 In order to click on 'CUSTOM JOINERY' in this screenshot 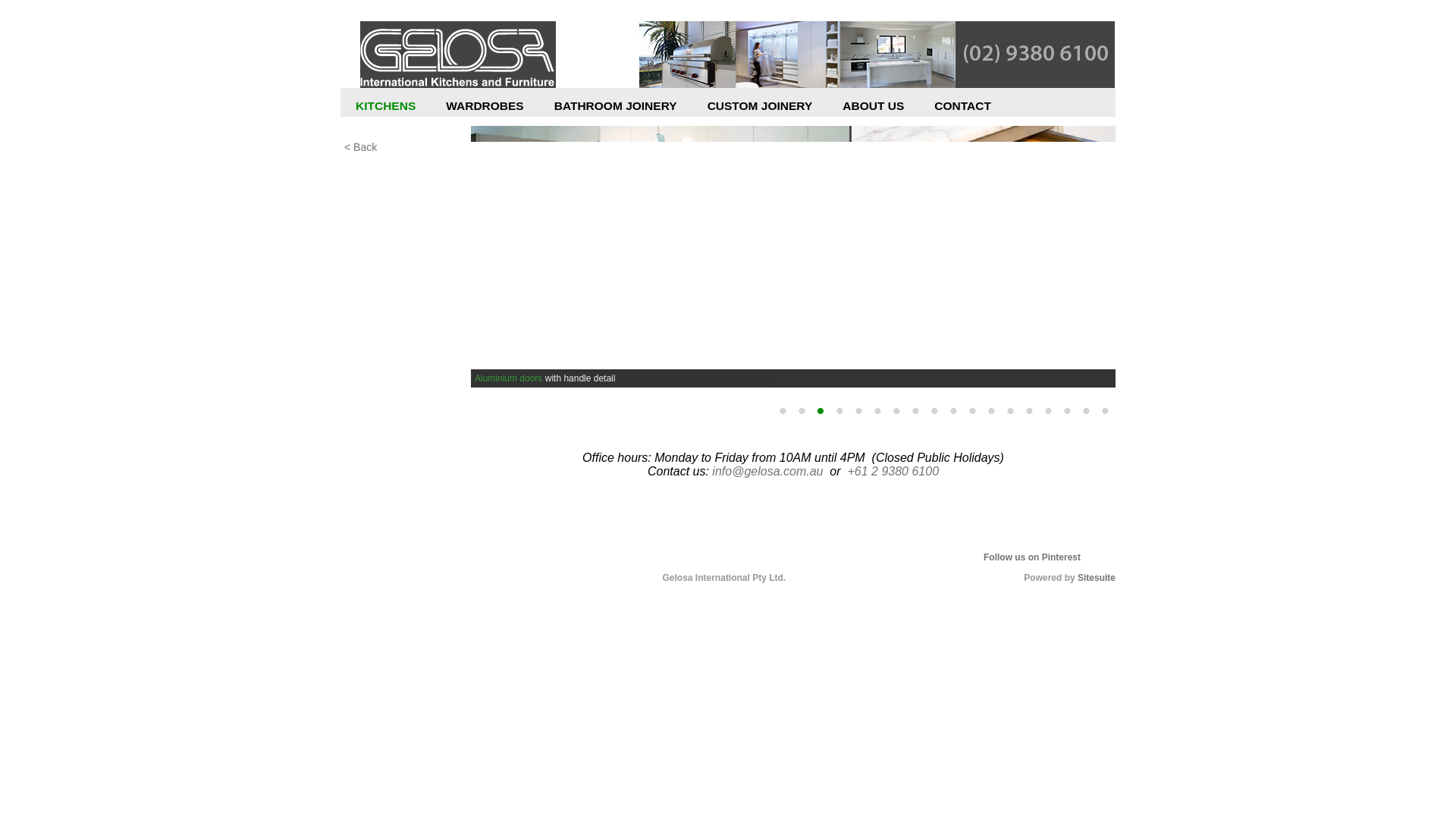, I will do `click(760, 109)`.